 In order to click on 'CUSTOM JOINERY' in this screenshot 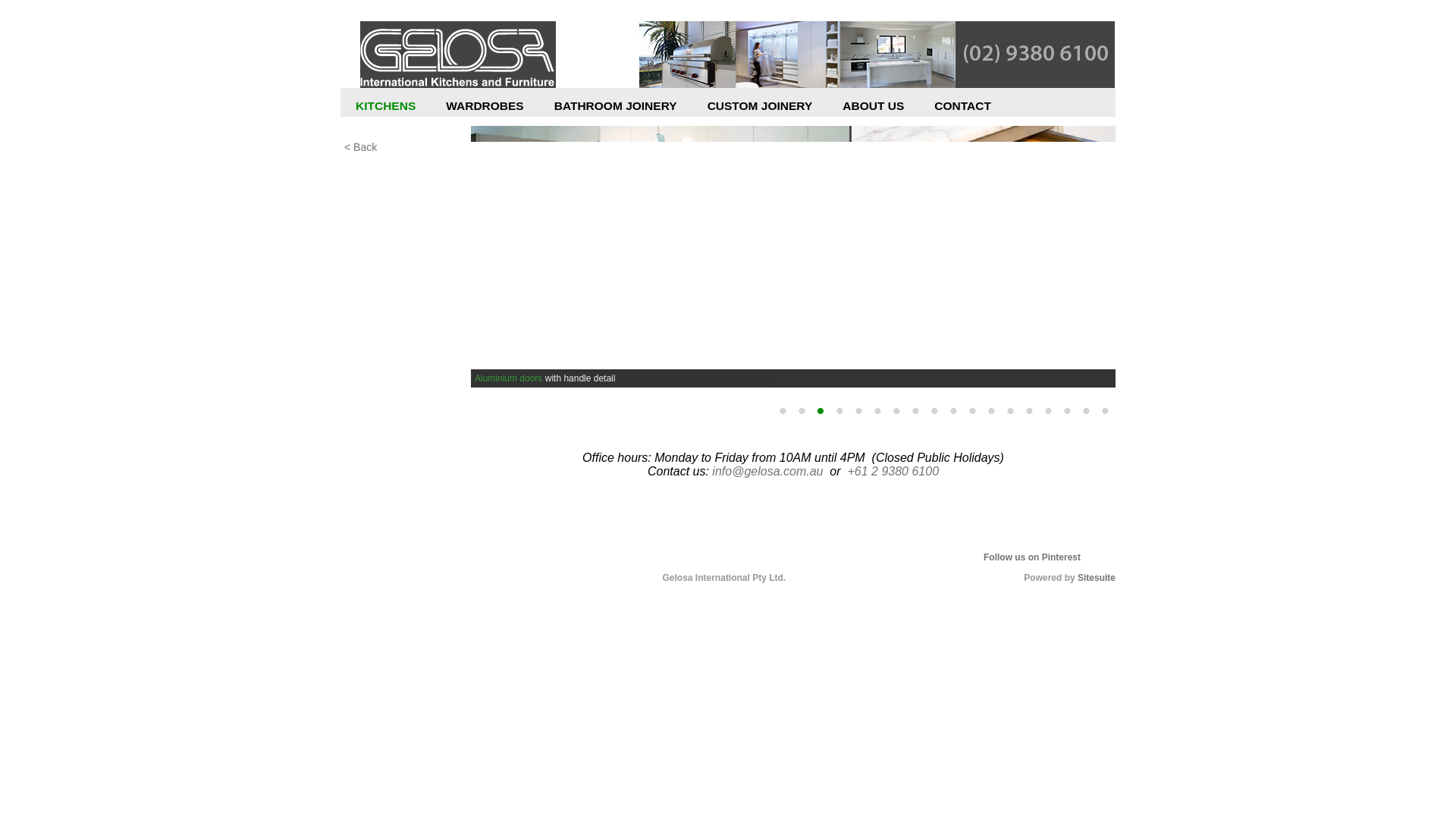, I will do `click(760, 109)`.